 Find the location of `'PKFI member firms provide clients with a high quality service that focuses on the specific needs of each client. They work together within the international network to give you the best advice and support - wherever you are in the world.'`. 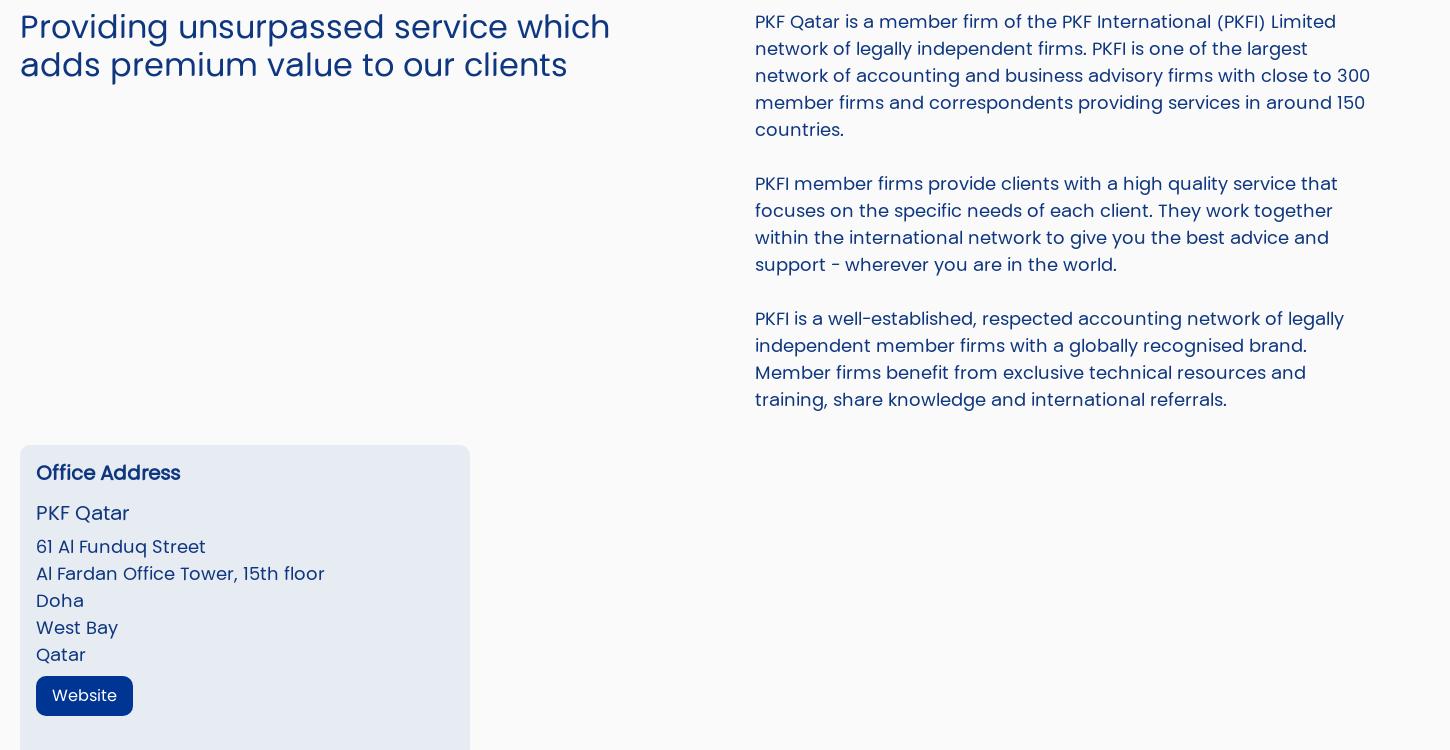

'PKFI member firms provide clients with a high quality service that focuses on the specific needs of each client. They work together within the international network to give you the best advice and support - wherever you are in the world.' is located at coordinates (1046, 221).